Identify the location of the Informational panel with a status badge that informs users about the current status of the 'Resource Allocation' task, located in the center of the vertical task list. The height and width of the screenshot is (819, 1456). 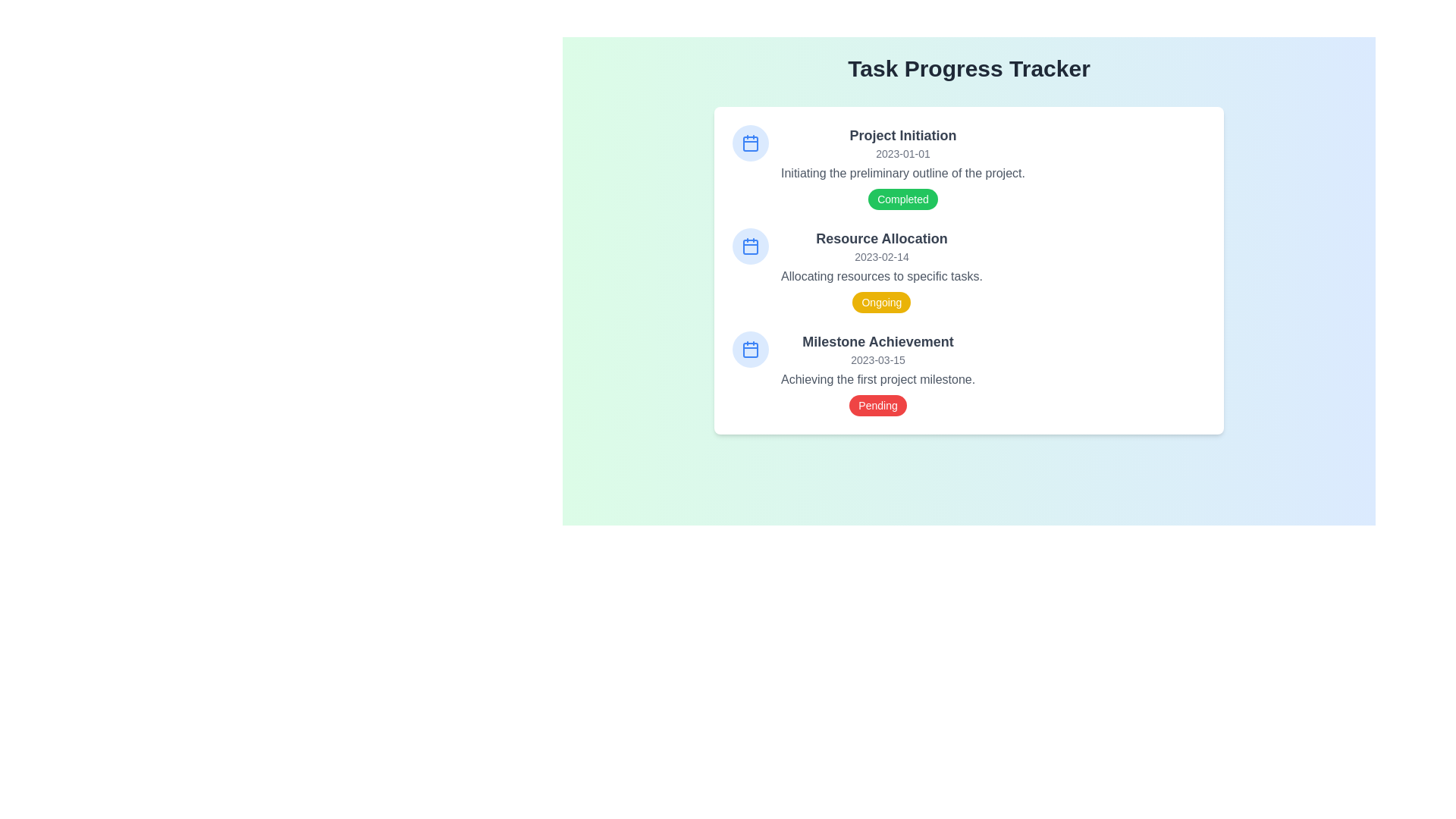
(881, 270).